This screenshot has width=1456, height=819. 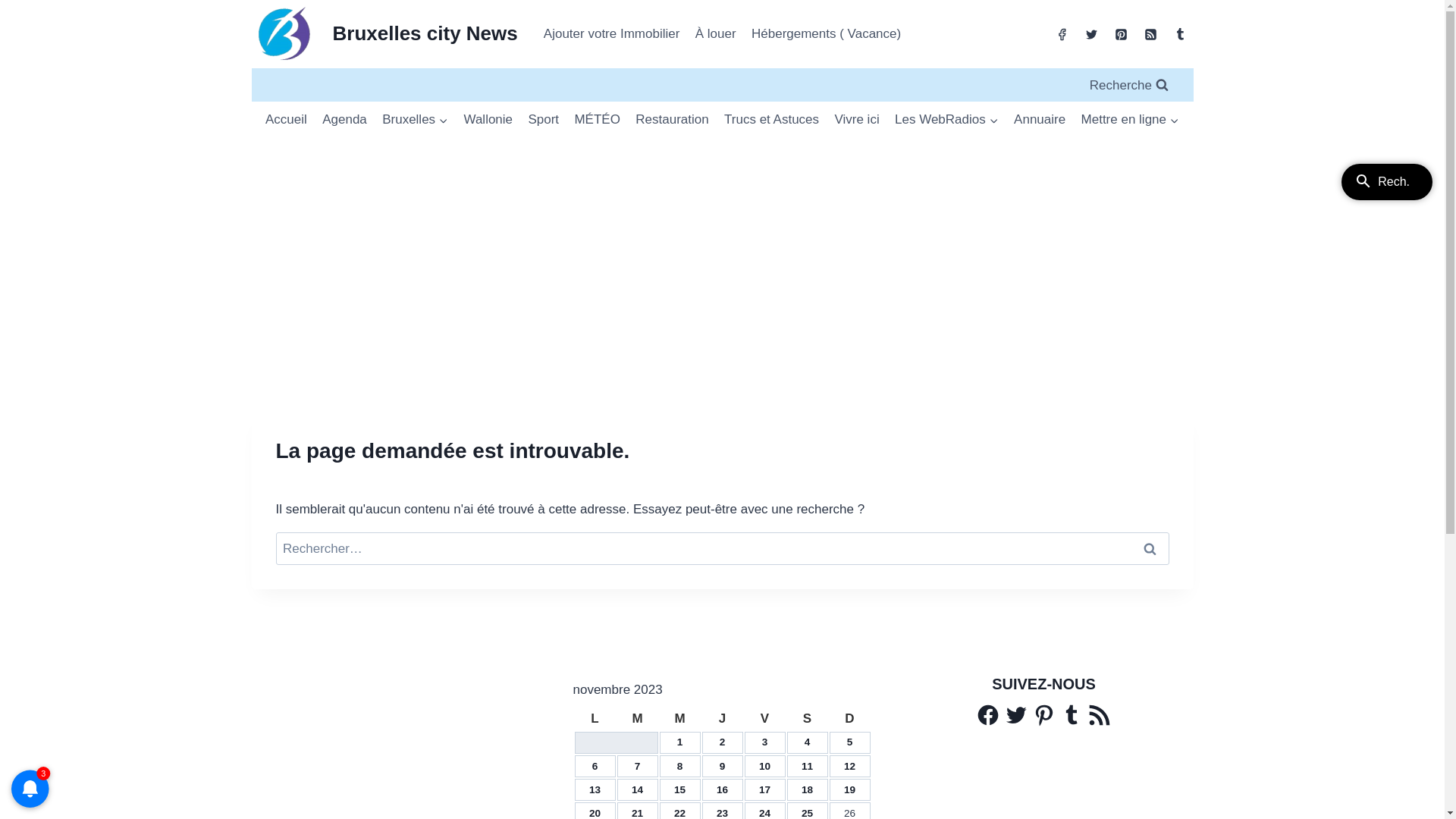 I want to click on 'Bruxelles', so click(x=415, y=119).